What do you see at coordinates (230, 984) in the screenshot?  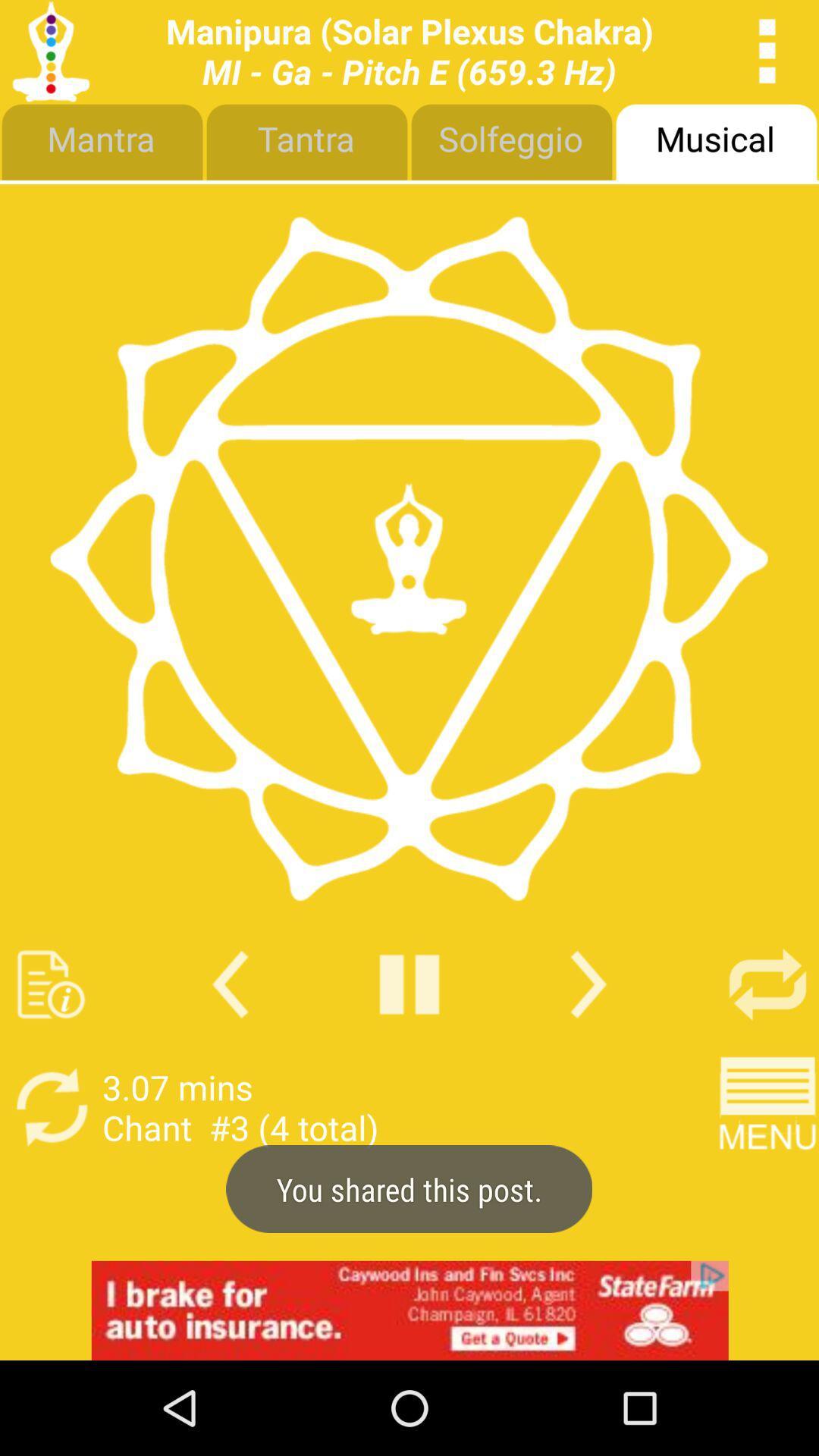 I see `previous` at bounding box center [230, 984].